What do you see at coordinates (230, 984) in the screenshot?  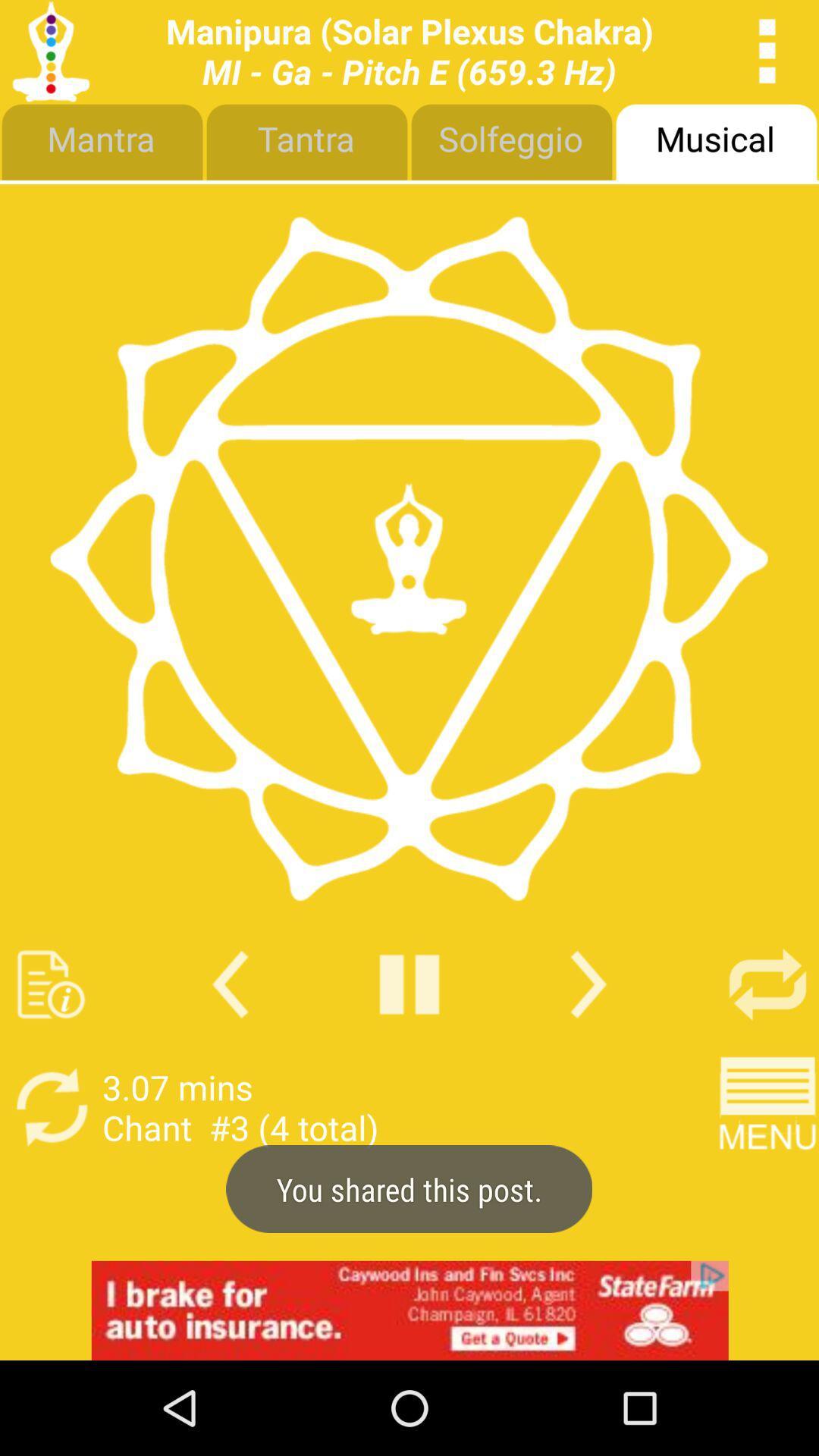 I see `previous` at bounding box center [230, 984].